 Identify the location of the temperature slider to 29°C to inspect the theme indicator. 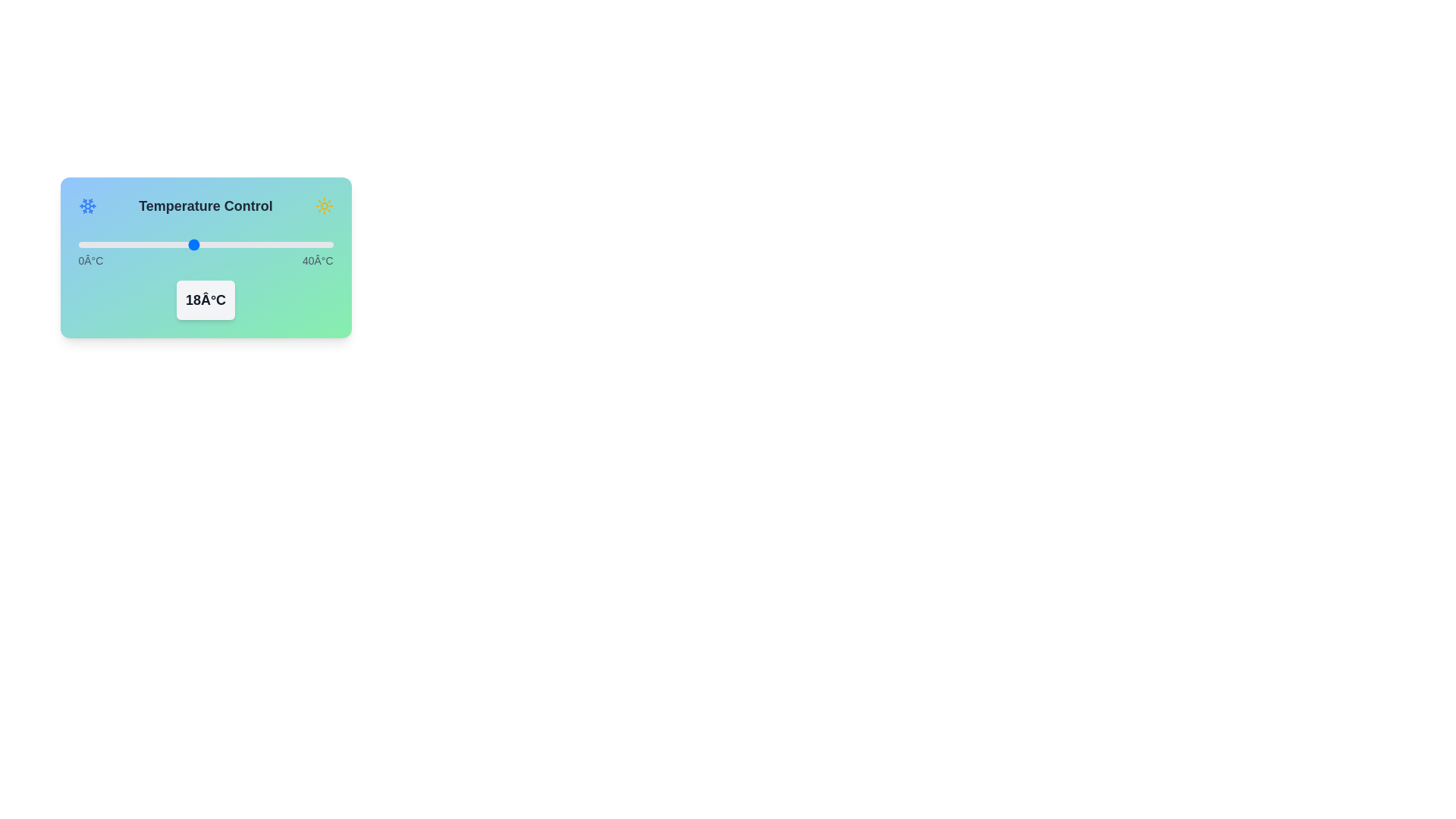
(263, 244).